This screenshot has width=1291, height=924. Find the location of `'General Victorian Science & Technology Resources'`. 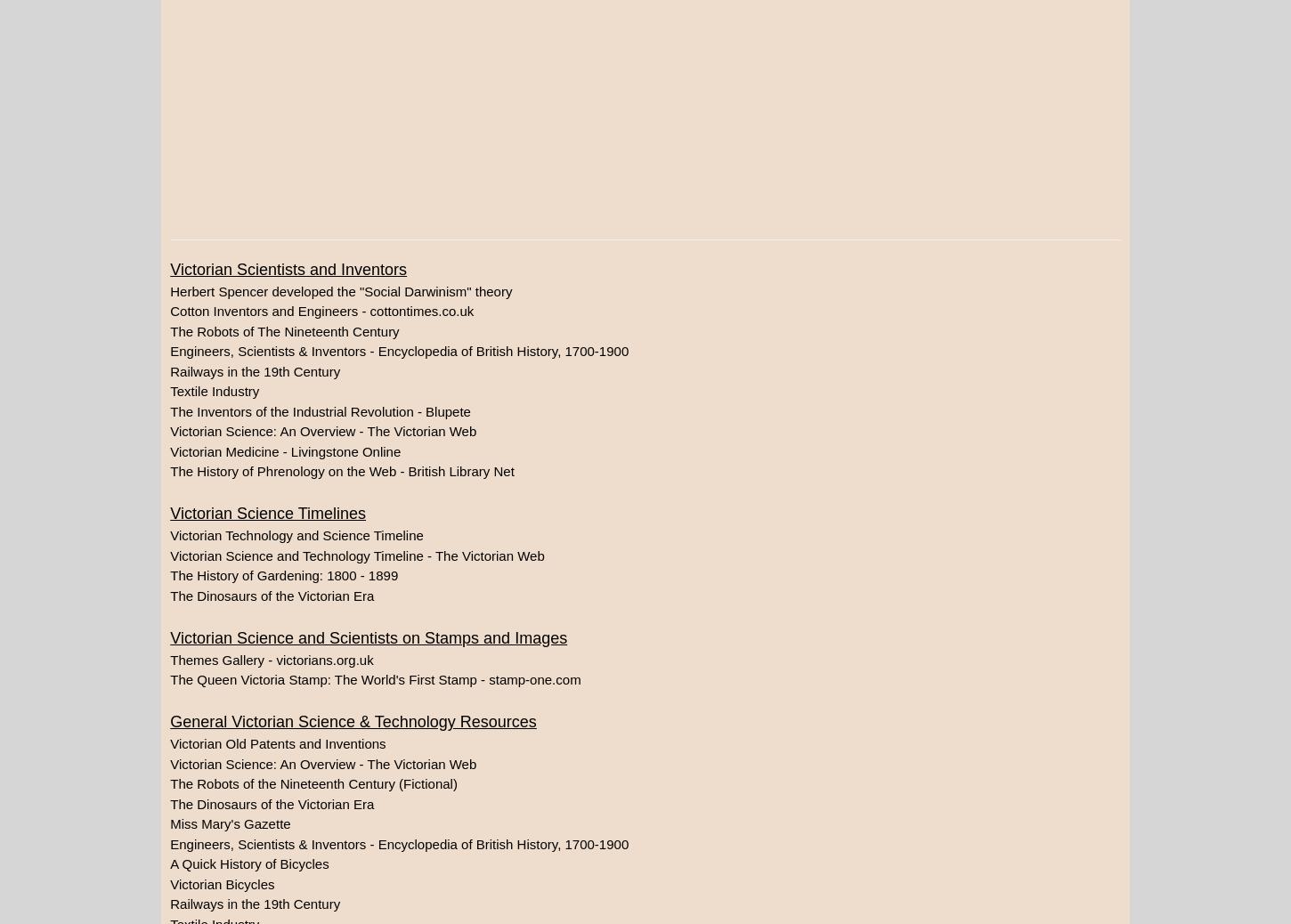

'General Victorian Science & Technology Resources' is located at coordinates (352, 721).